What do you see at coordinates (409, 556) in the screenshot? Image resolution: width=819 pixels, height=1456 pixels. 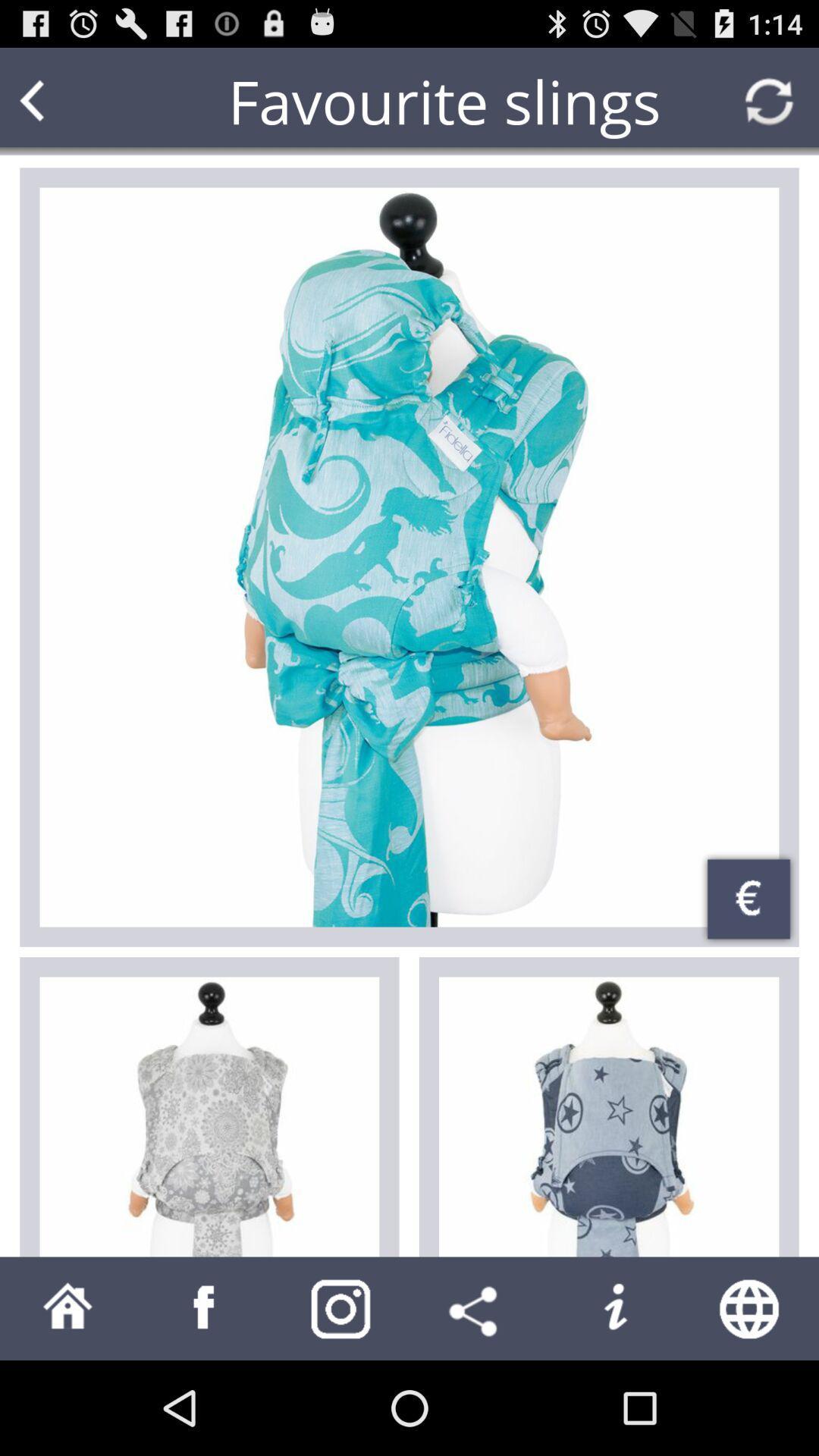 I see `zoom in on image` at bounding box center [409, 556].